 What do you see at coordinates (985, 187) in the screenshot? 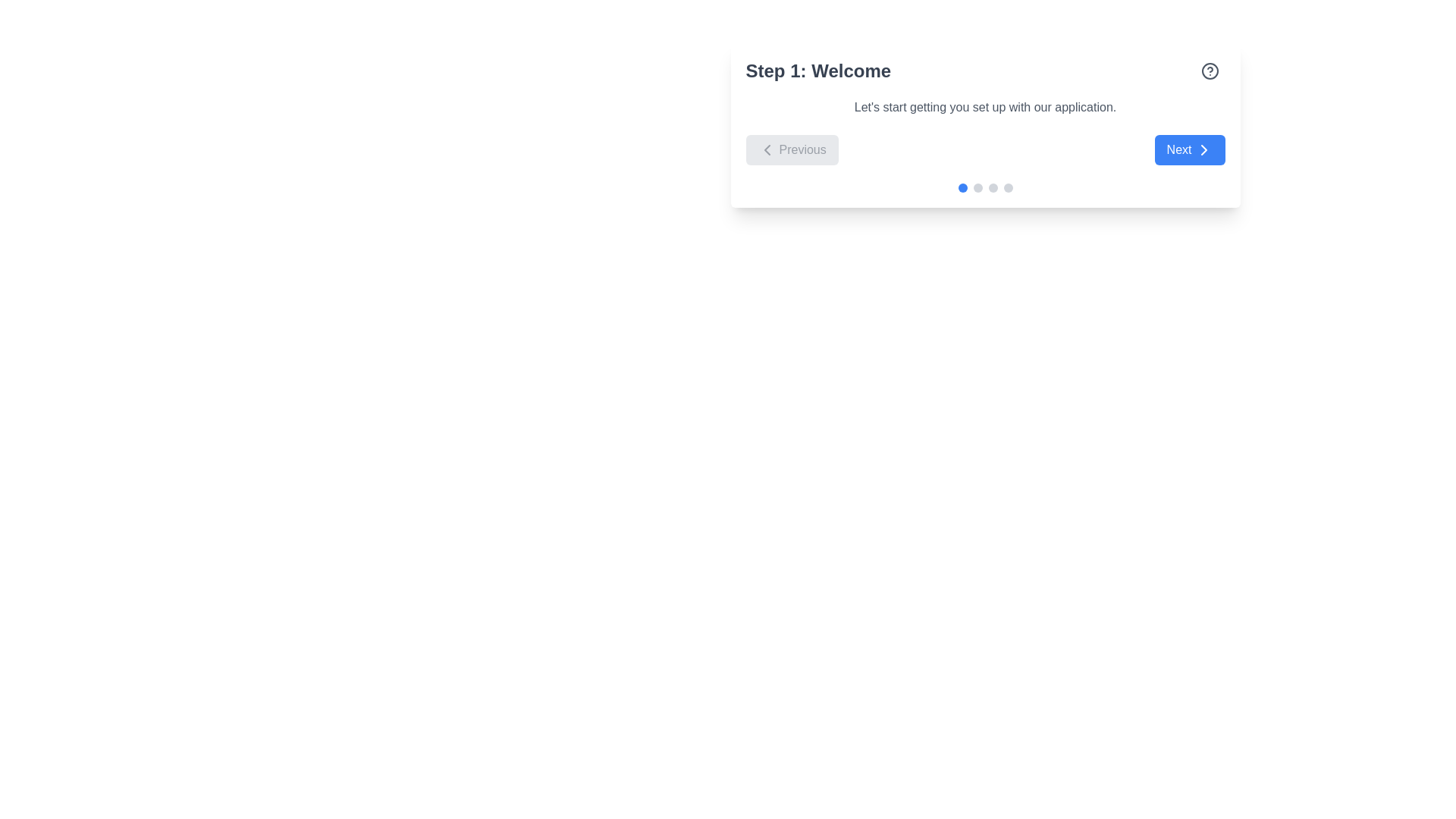
I see `the progress indicator, which consists of a blue circle for the current step and gray circles for upcoming steps, located centrally below the description text and navigation buttons labeled 'Previous' and 'Next'` at bounding box center [985, 187].